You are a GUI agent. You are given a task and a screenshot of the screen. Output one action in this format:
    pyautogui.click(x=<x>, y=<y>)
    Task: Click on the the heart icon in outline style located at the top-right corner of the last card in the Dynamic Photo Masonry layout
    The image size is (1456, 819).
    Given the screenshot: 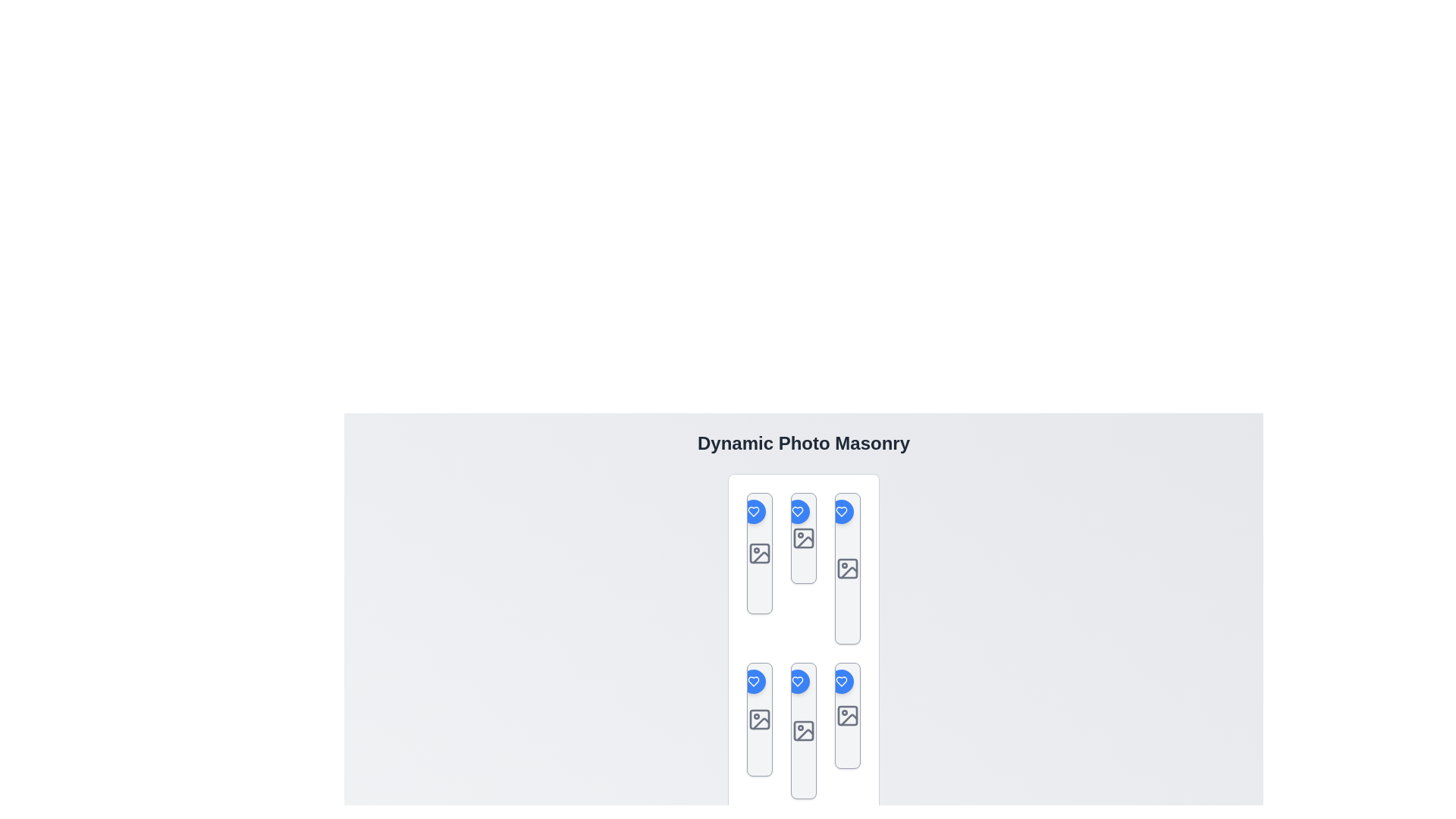 What is the action you would take?
    pyautogui.click(x=840, y=680)
    